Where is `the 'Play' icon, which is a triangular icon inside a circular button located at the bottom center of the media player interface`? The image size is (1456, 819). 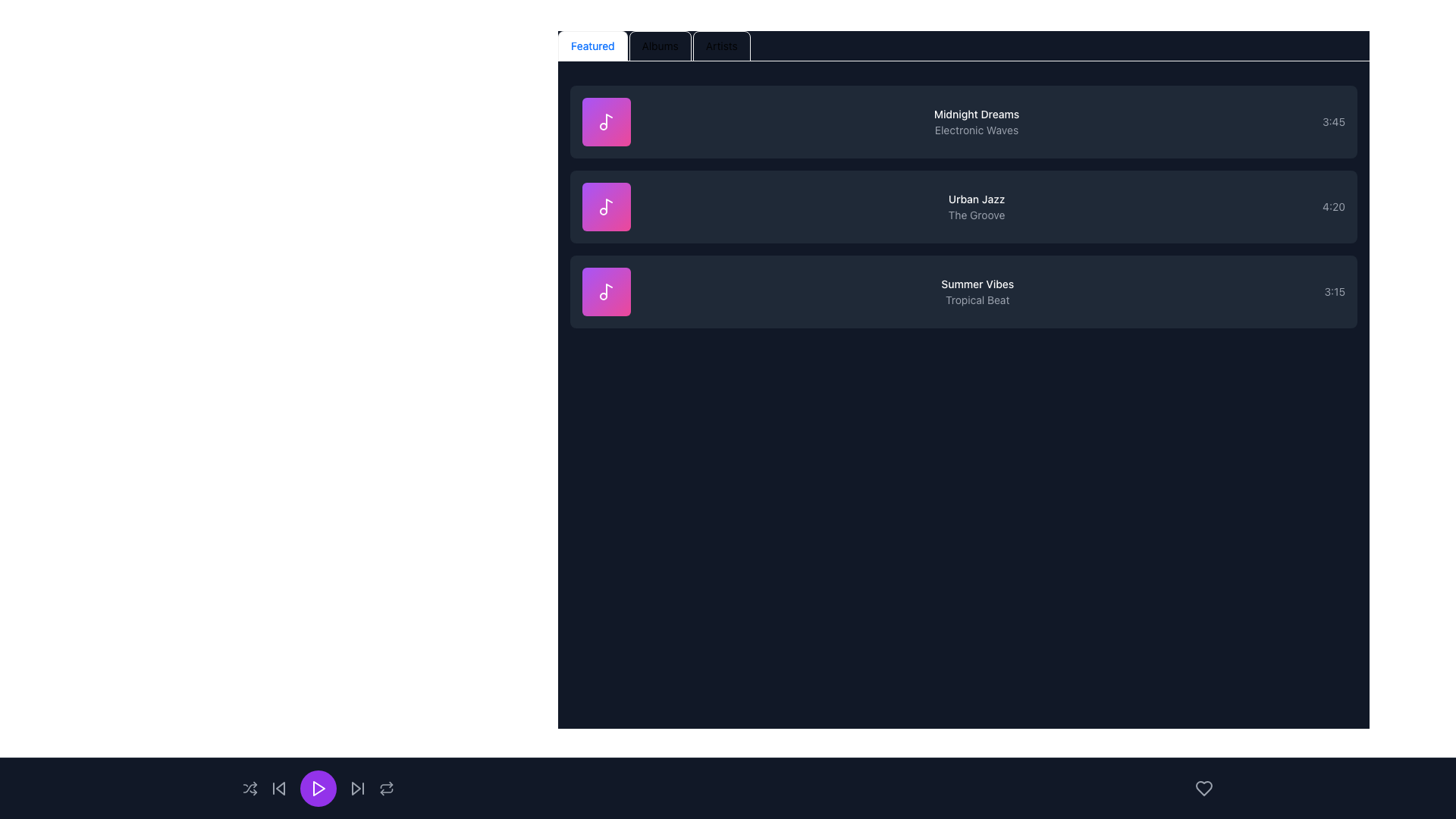 the 'Play' icon, which is a triangular icon inside a circular button located at the bottom center of the media player interface is located at coordinates (318, 788).